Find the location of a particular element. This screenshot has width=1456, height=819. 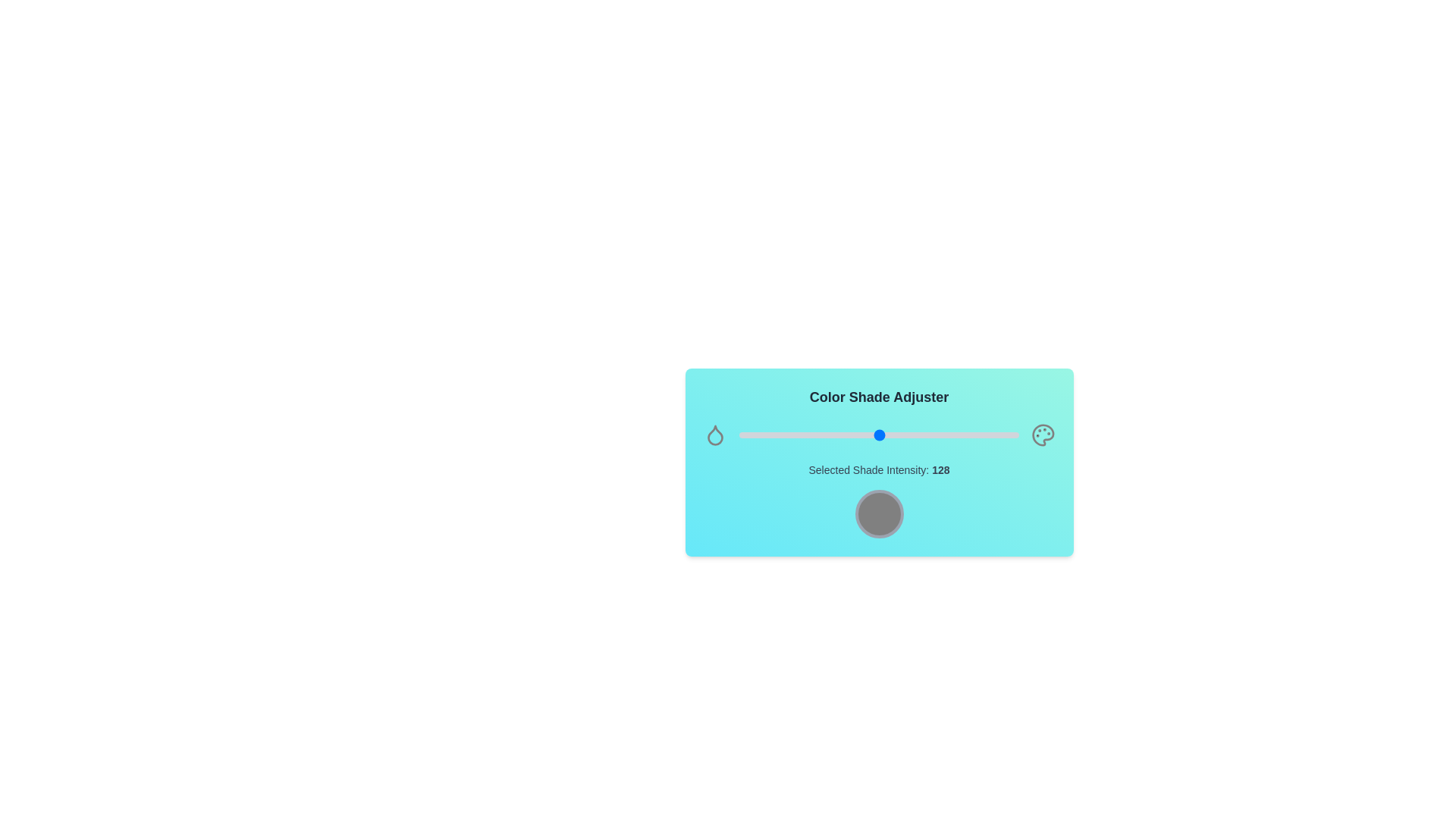

the shade intensity to 103 by interacting with the slider is located at coordinates (852, 435).